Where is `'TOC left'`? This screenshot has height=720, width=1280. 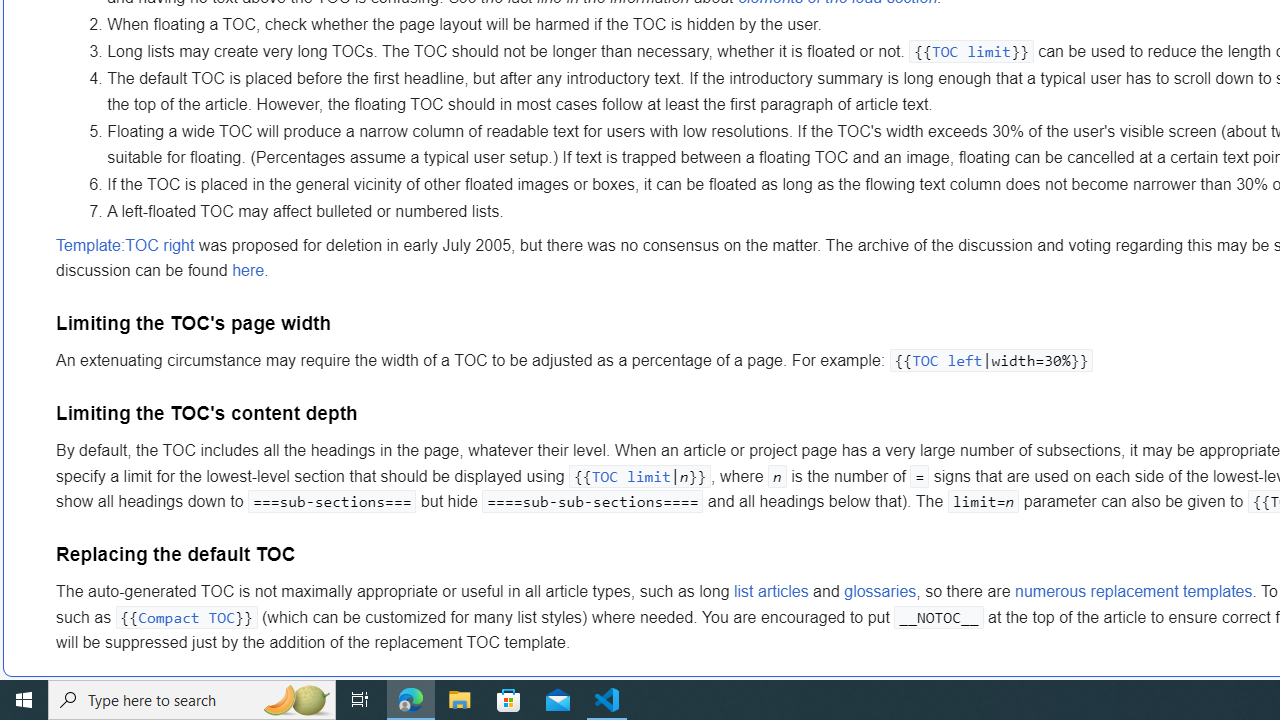 'TOC left' is located at coordinates (946, 361).